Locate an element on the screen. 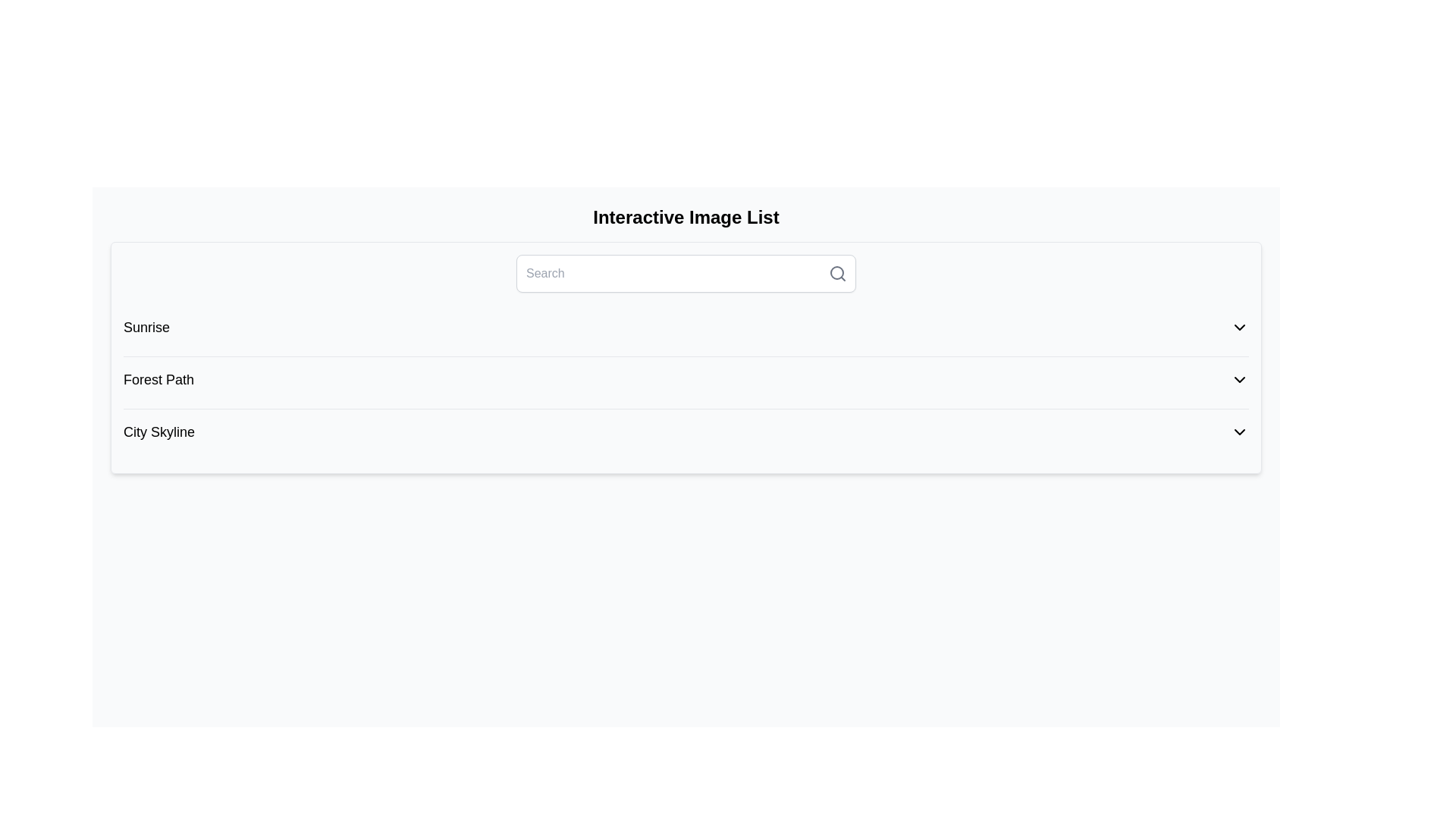 The height and width of the screenshot is (819, 1456). the gray magnifying glass search icon located on the right side of the search bar to trigger the tooltip or visual feedback is located at coordinates (836, 274).